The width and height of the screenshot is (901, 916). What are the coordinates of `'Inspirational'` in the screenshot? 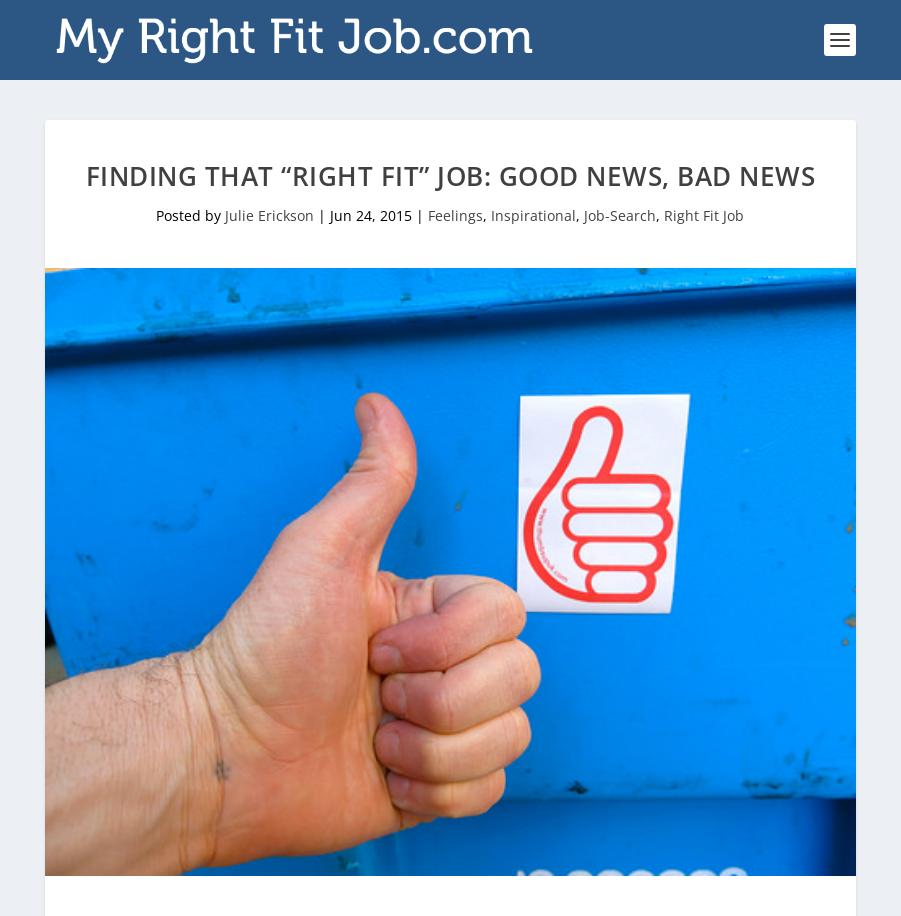 It's located at (533, 213).